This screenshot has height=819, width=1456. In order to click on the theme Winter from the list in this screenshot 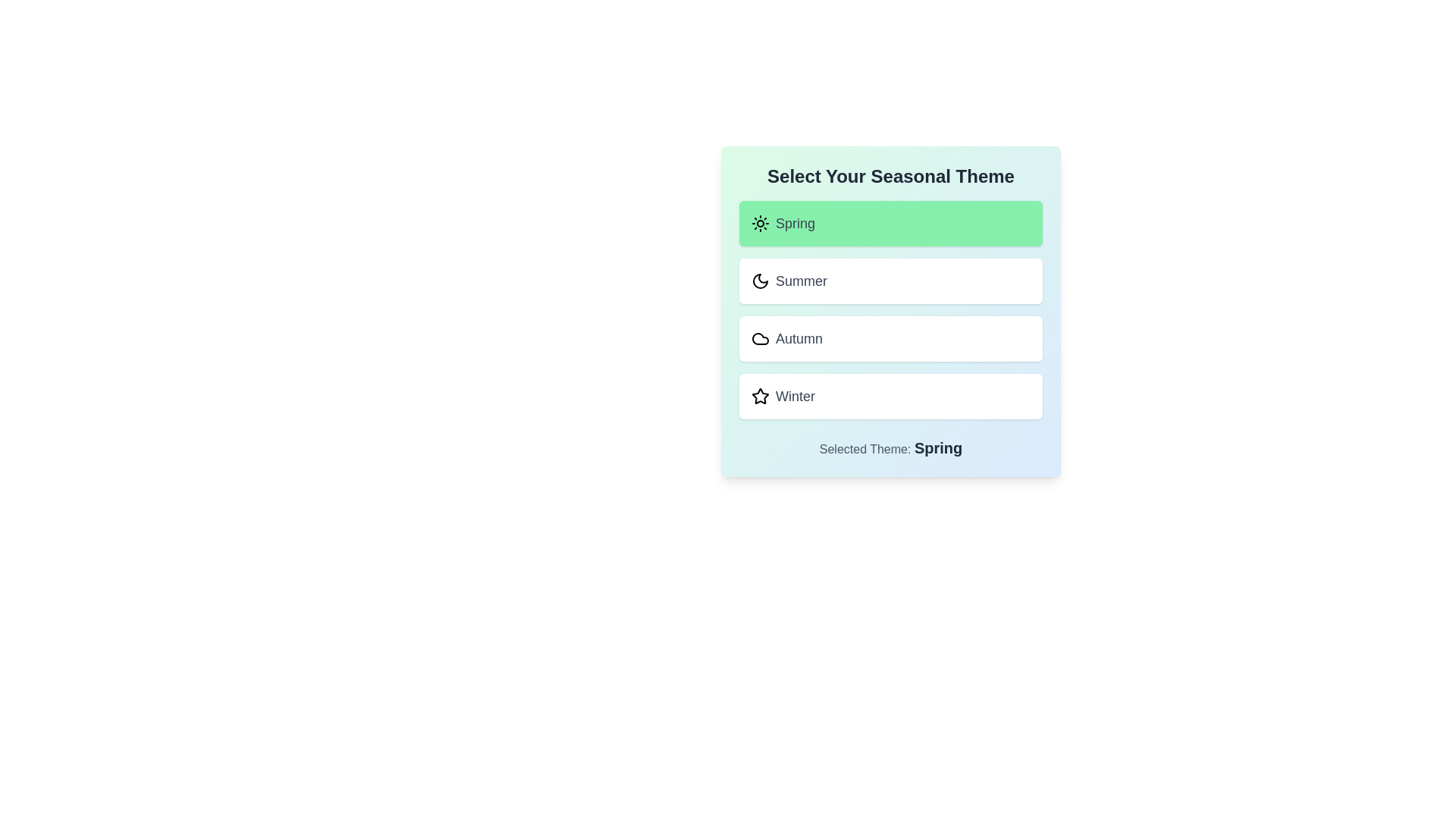, I will do `click(891, 396)`.